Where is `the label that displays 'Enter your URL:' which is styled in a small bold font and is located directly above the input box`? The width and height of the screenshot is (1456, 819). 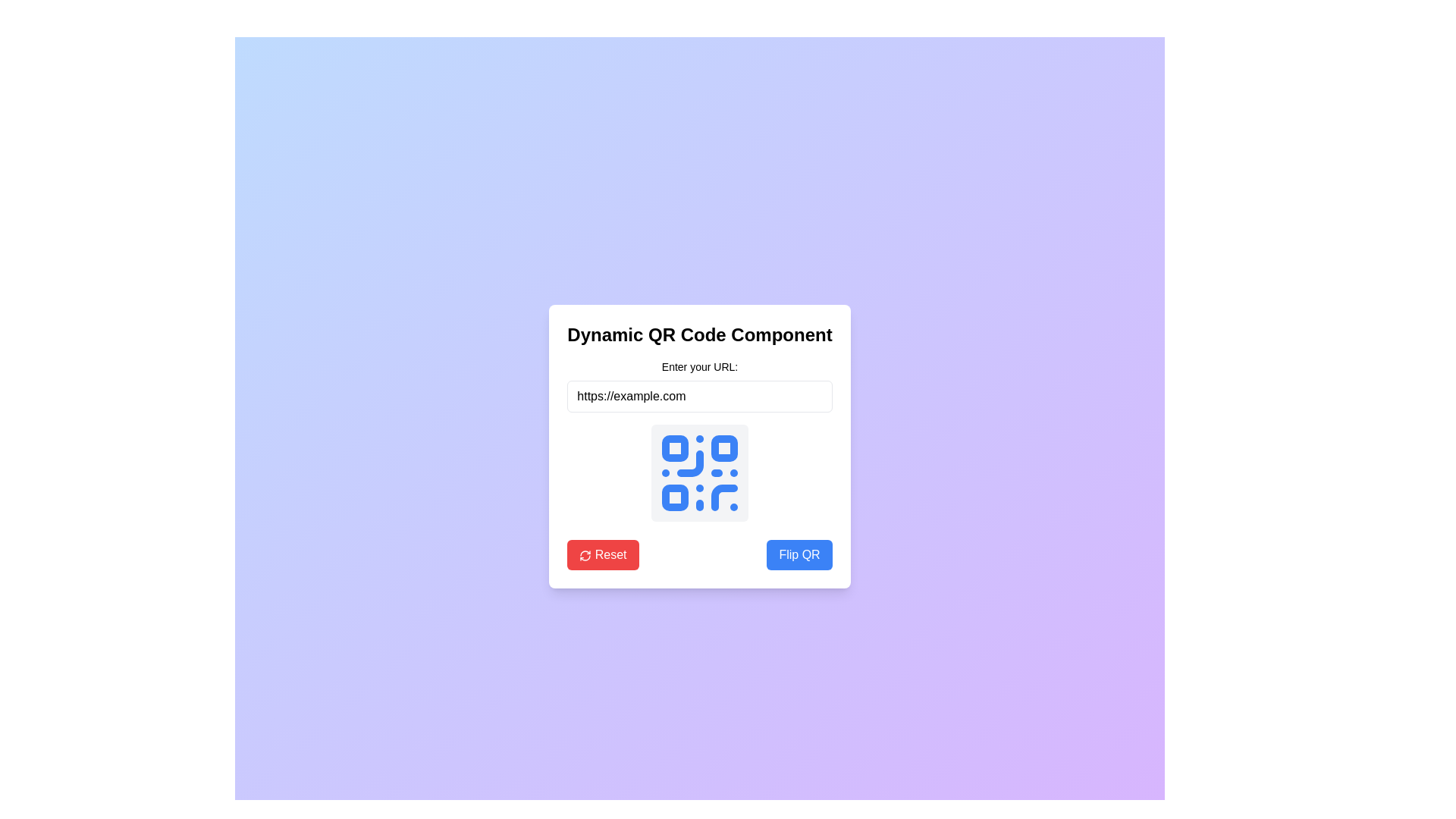
the label that displays 'Enter your URL:' which is styled in a small bold font and is located directly above the input box is located at coordinates (698, 366).